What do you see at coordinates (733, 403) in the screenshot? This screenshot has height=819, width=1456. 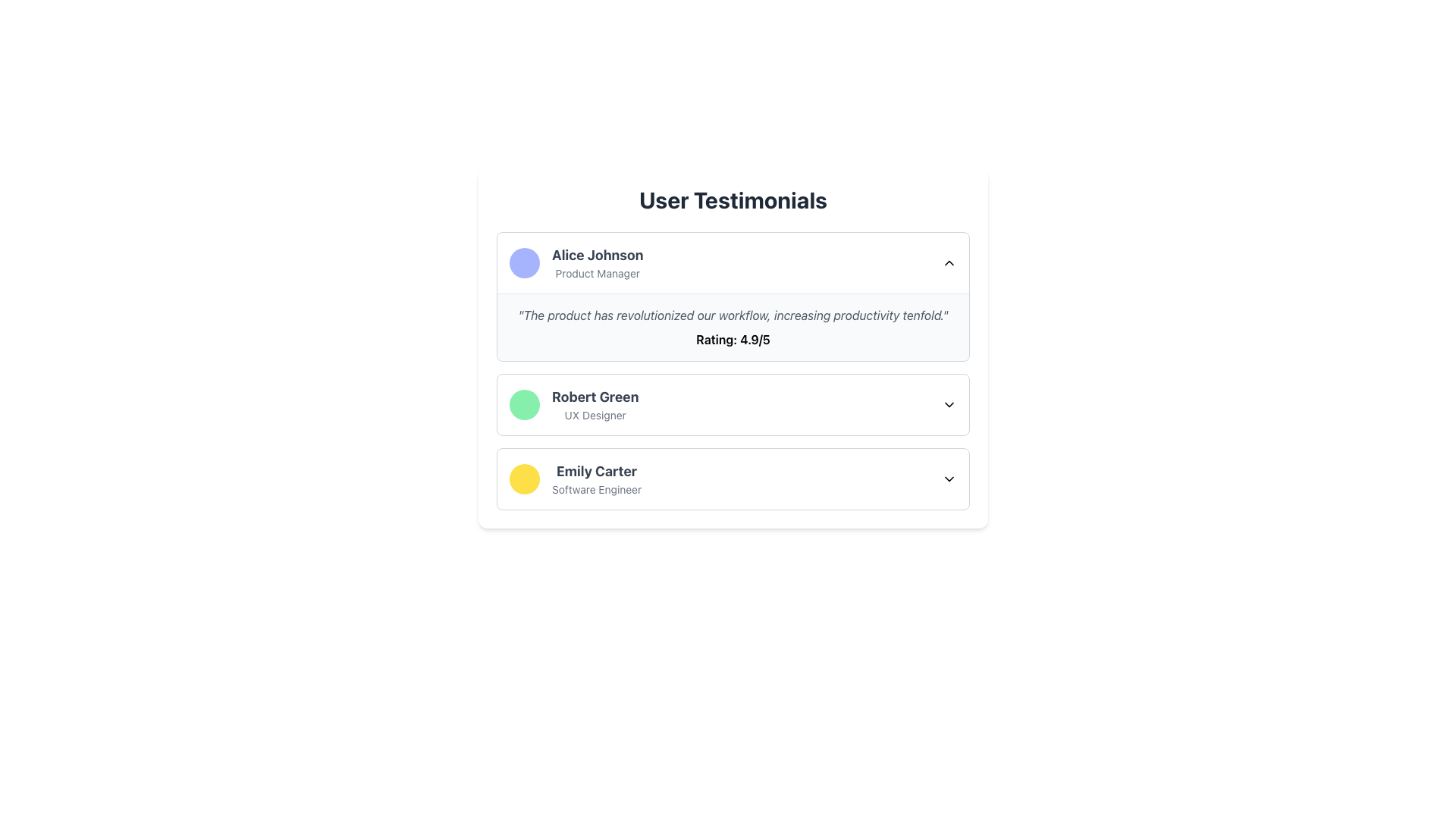 I see `the testimonial entry for user 'Robert Green', a UX Designer` at bounding box center [733, 403].